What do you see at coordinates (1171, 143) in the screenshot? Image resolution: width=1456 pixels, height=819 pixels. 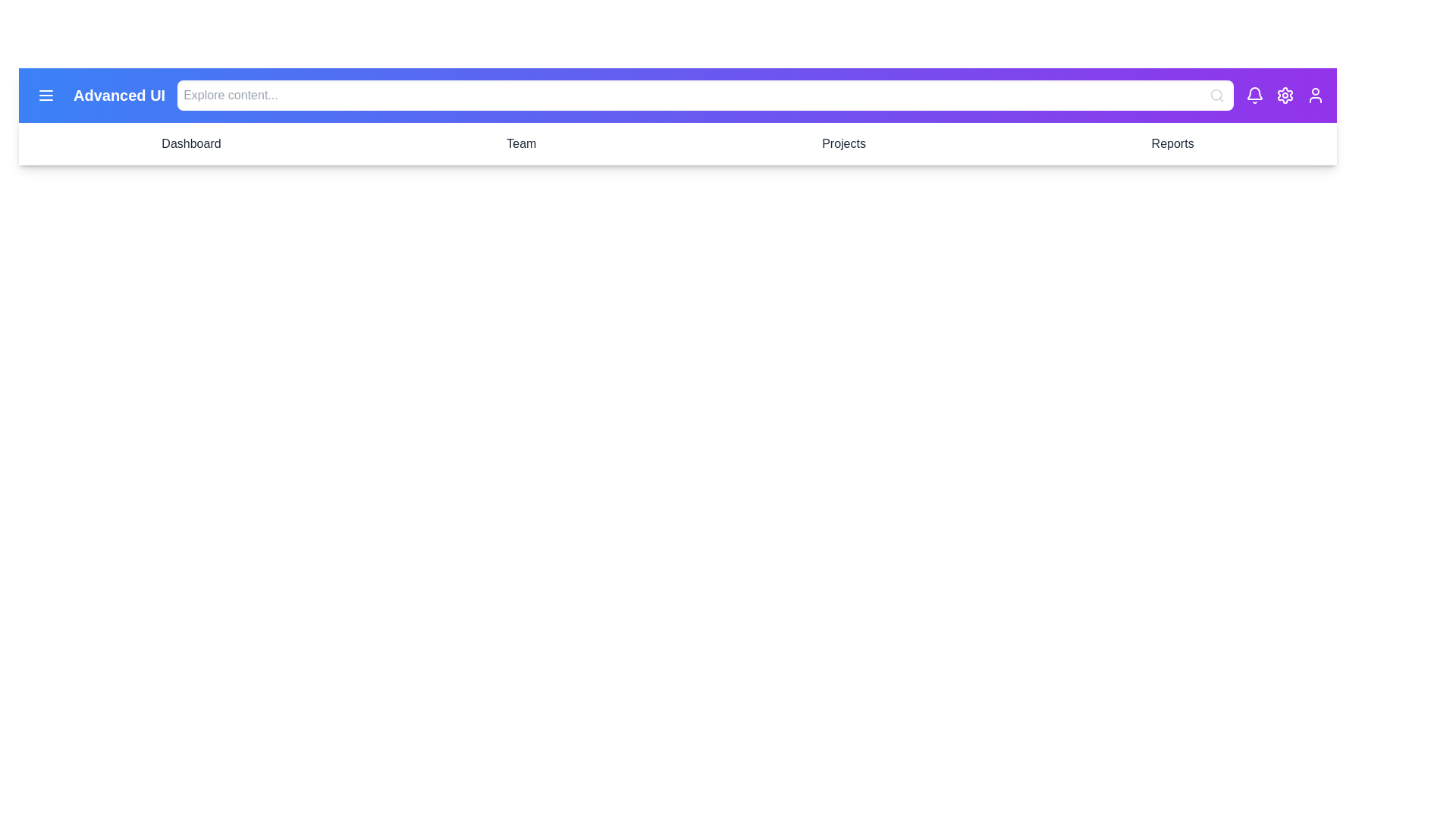 I see `the Reports tab to navigate to the corresponding section` at bounding box center [1171, 143].